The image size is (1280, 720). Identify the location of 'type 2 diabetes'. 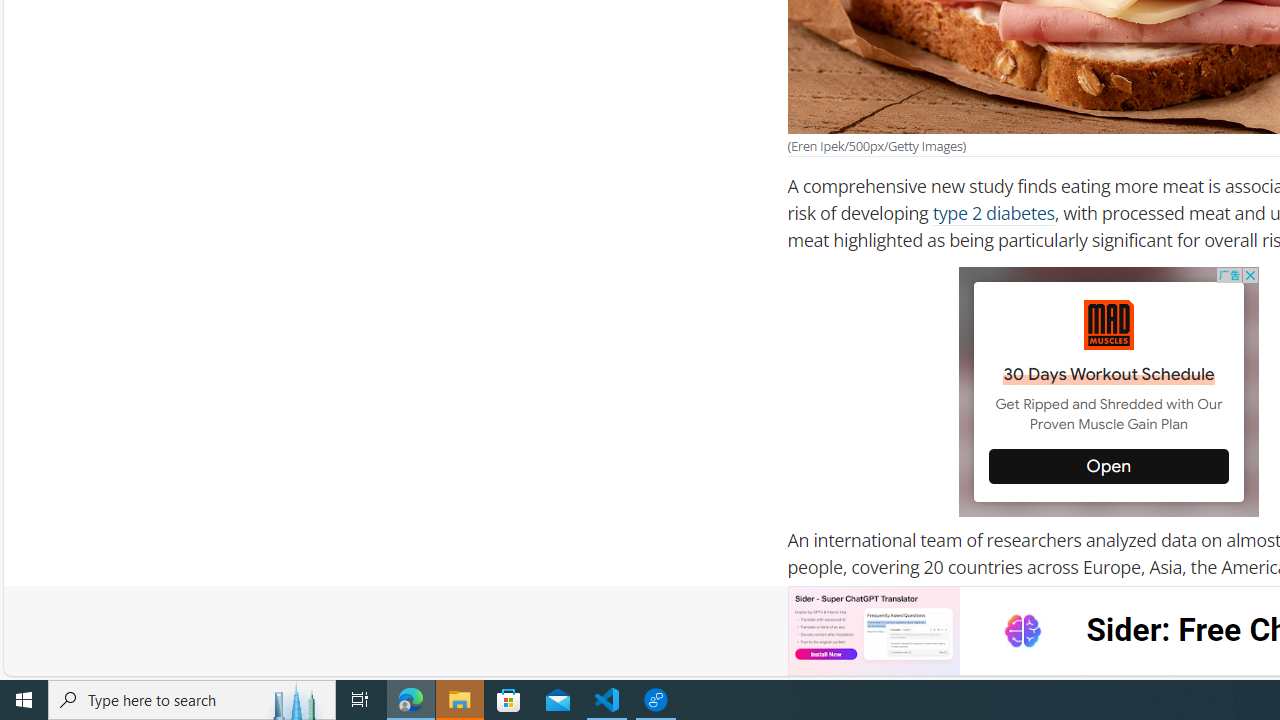
(993, 213).